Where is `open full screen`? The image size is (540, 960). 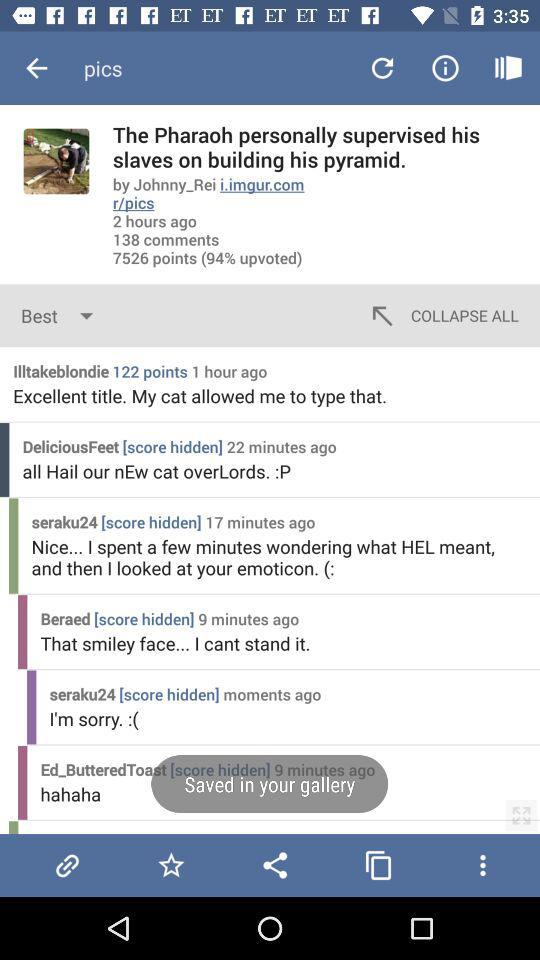 open full screen is located at coordinates (521, 815).